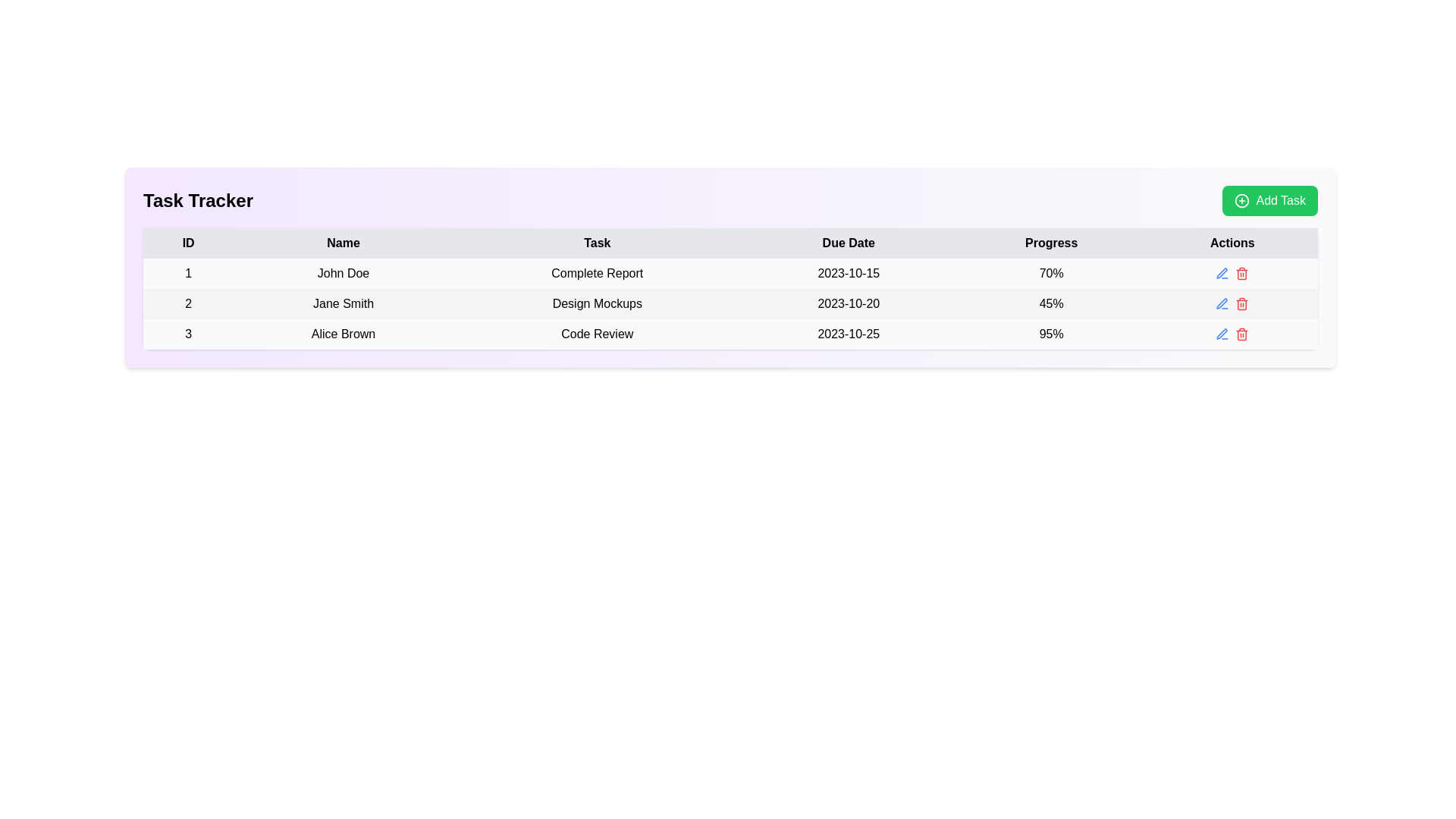 This screenshot has width=1456, height=819. Describe the element at coordinates (848, 333) in the screenshot. I see `the static text displaying the due date for 'Alice Brown's task 'Code Review' in the task tracker` at that location.